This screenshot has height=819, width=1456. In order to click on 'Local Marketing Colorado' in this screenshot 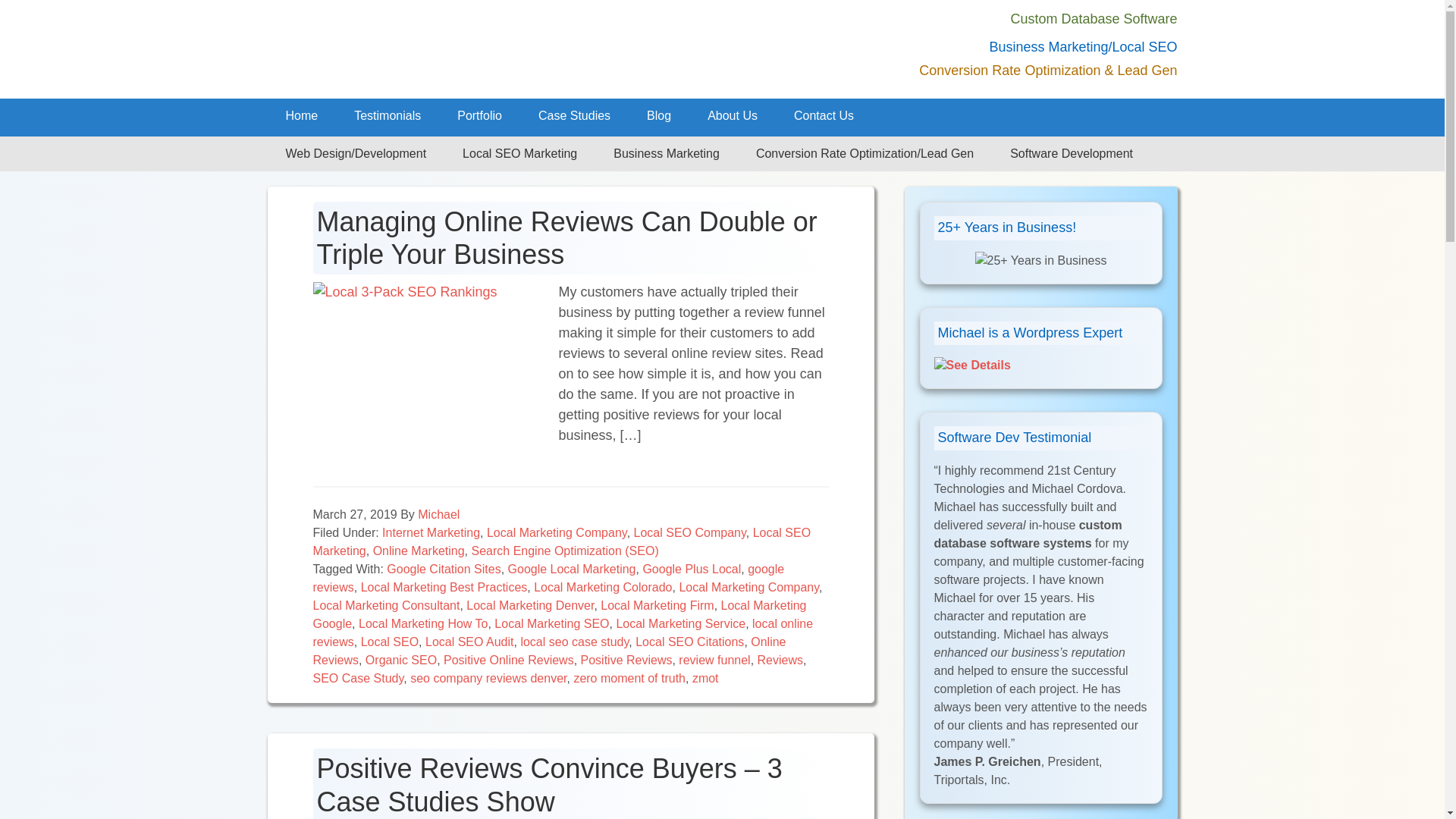, I will do `click(602, 586)`.